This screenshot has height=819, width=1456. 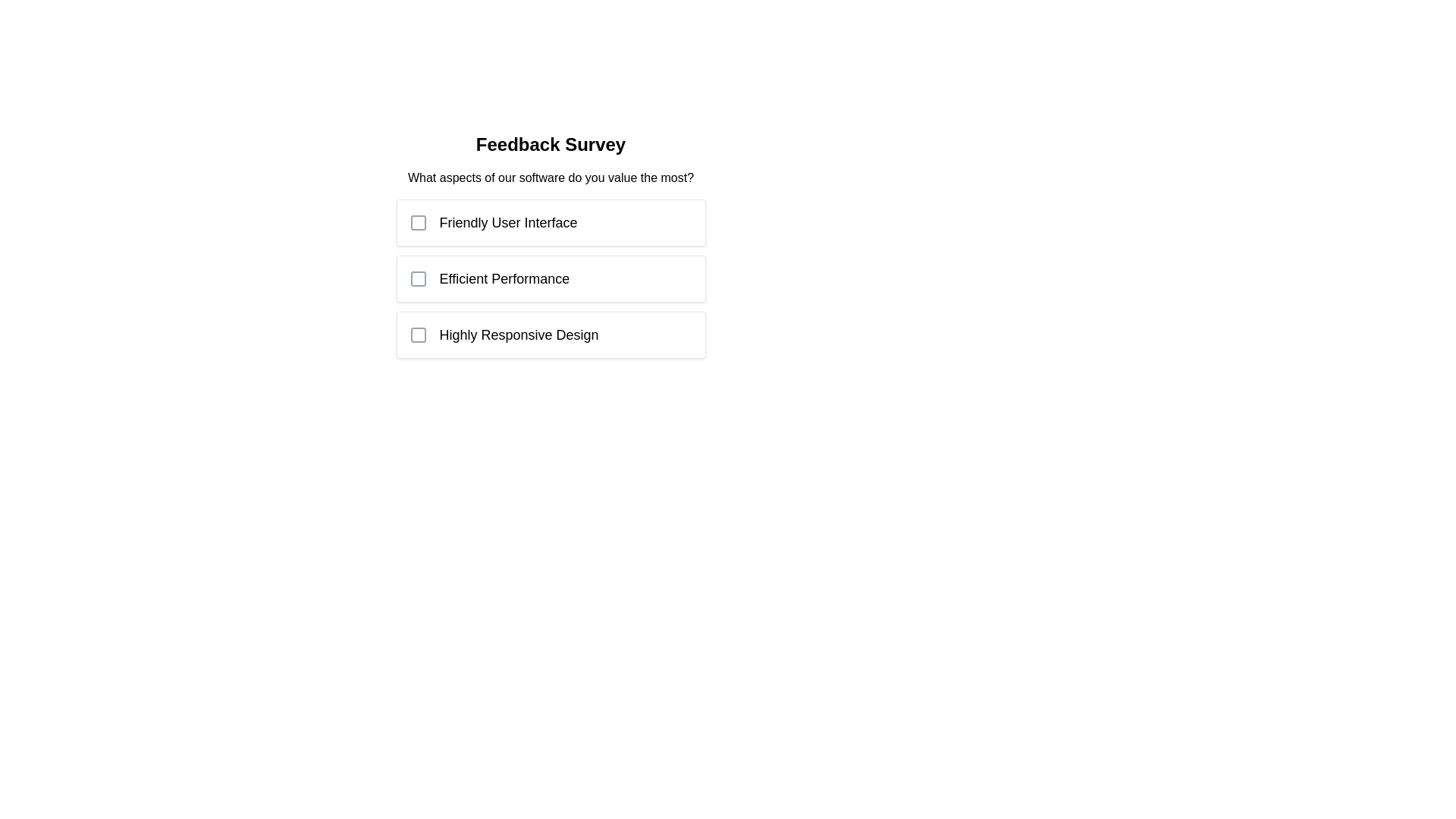 What do you see at coordinates (418, 278) in the screenshot?
I see `the checkbox with a gray outline located to the left of the text 'Efficient Performance' in the feedback survey interface` at bounding box center [418, 278].